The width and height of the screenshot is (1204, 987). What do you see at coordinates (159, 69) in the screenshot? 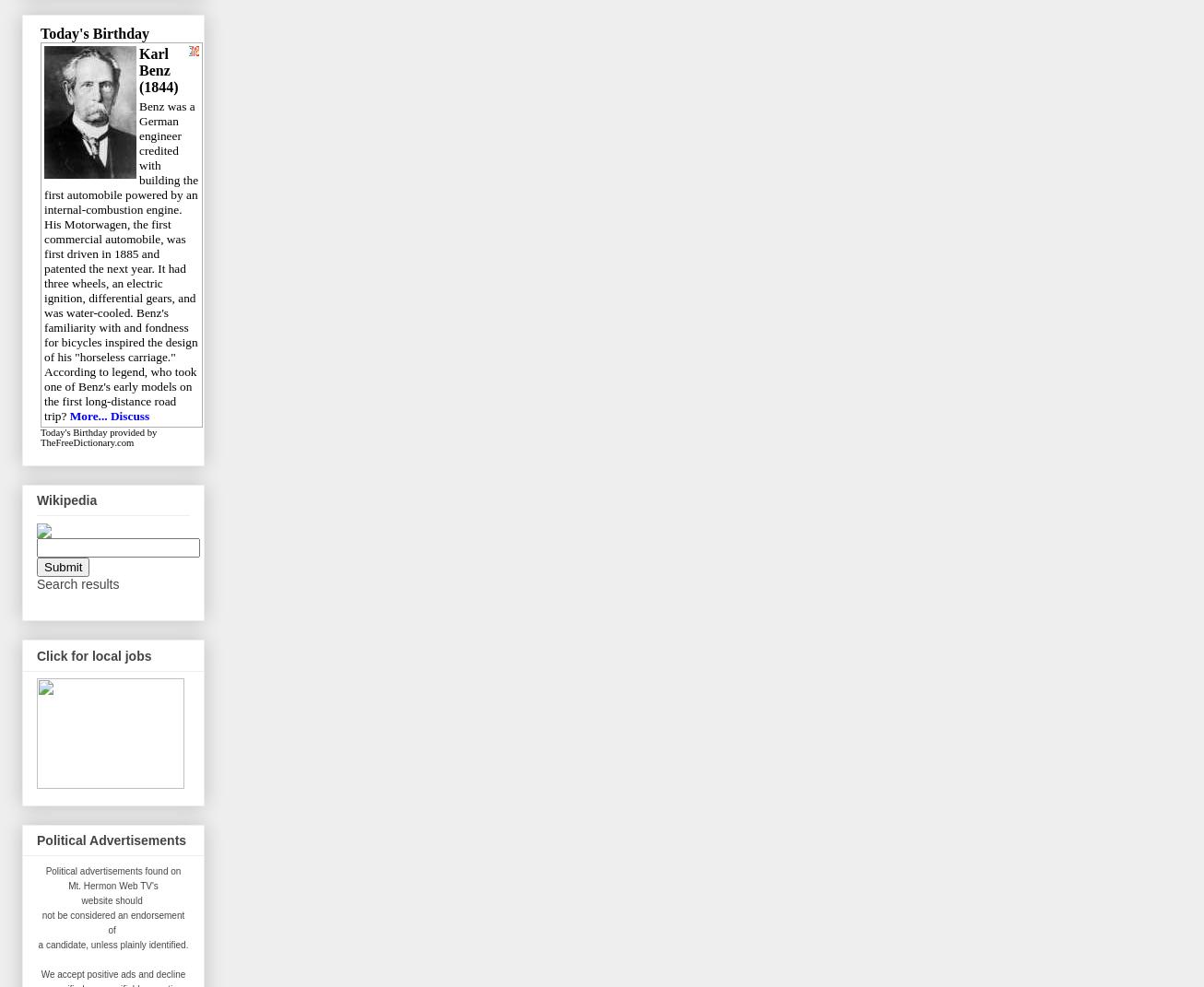
I see `'Karl Benz (1844)'` at bounding box center [159, 69].